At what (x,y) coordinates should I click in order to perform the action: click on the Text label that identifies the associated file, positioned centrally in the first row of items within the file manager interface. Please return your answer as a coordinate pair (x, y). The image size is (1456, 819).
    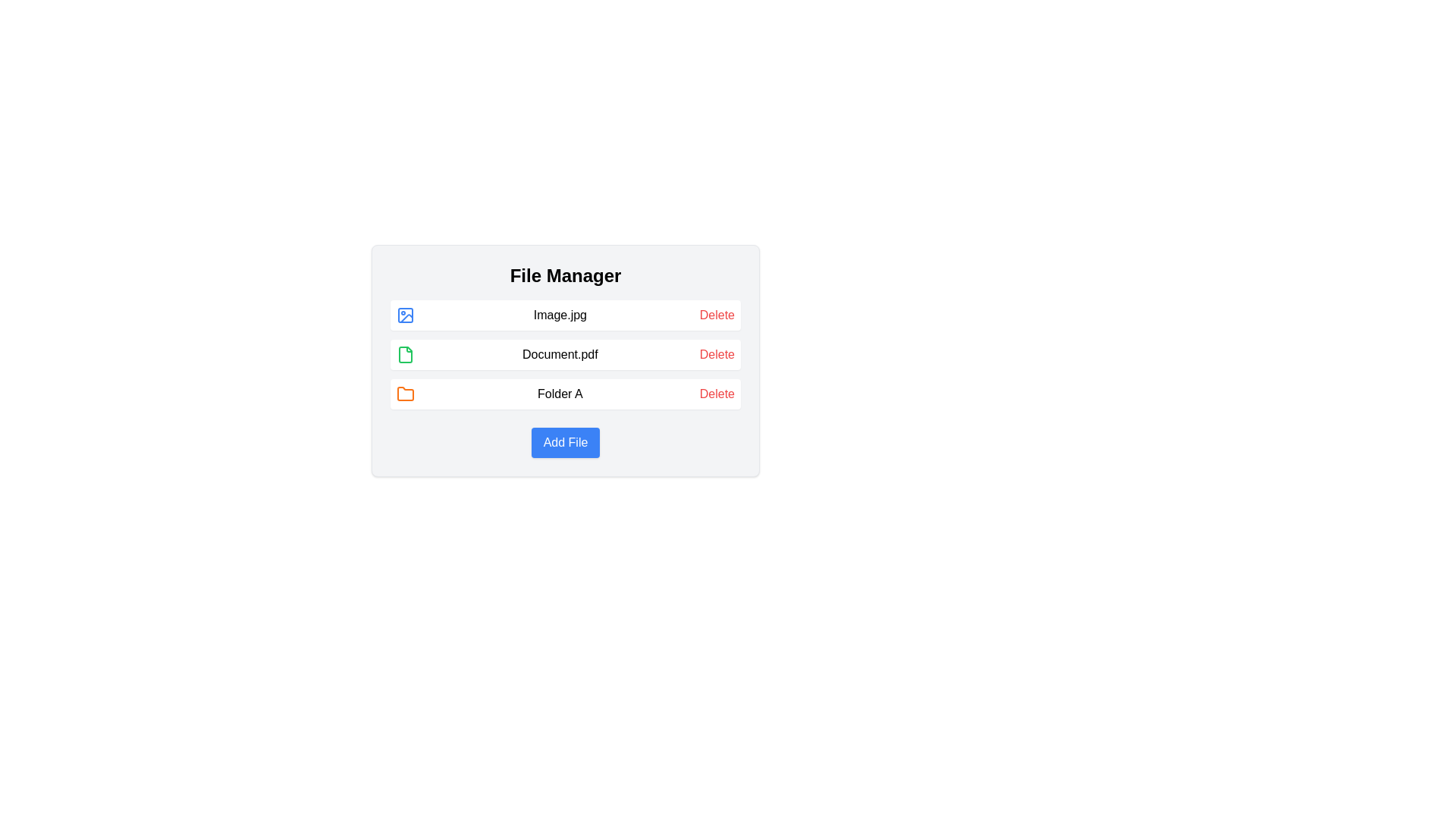
    Looking at the image, I should click on (559, 315).